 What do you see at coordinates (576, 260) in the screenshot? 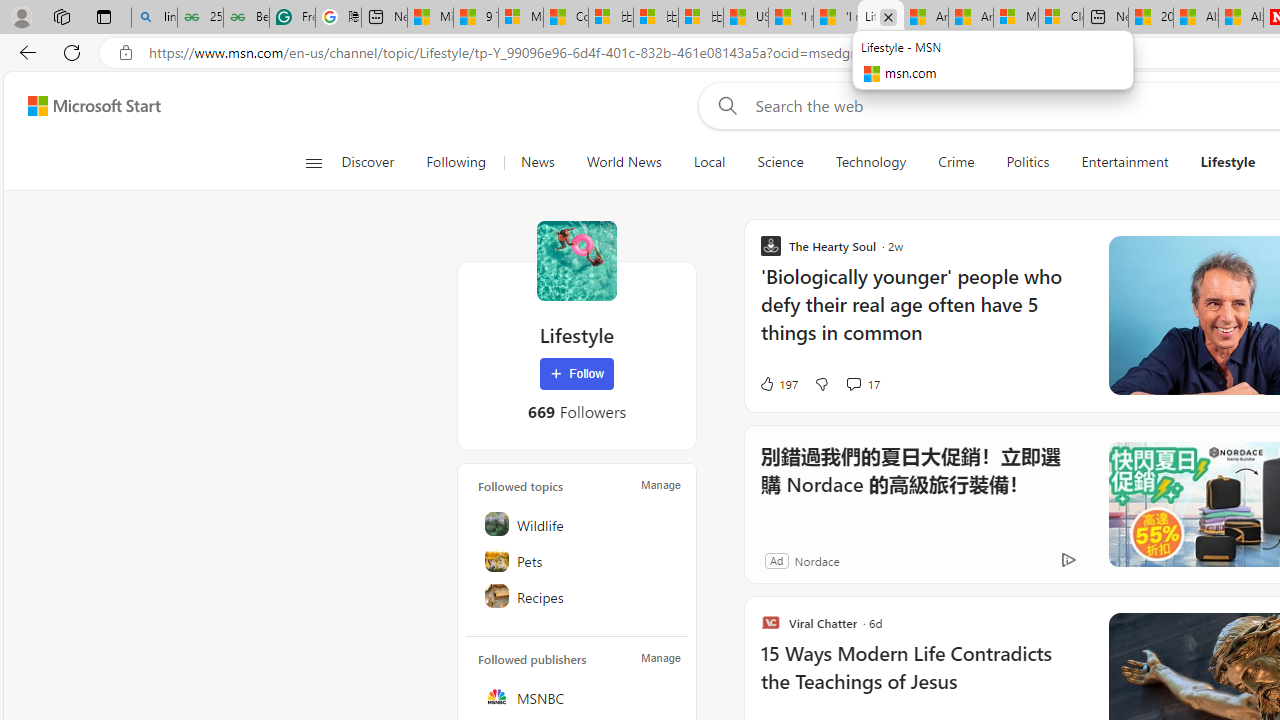
I see `'Lifestyle'` at bounding box center [576, 260].